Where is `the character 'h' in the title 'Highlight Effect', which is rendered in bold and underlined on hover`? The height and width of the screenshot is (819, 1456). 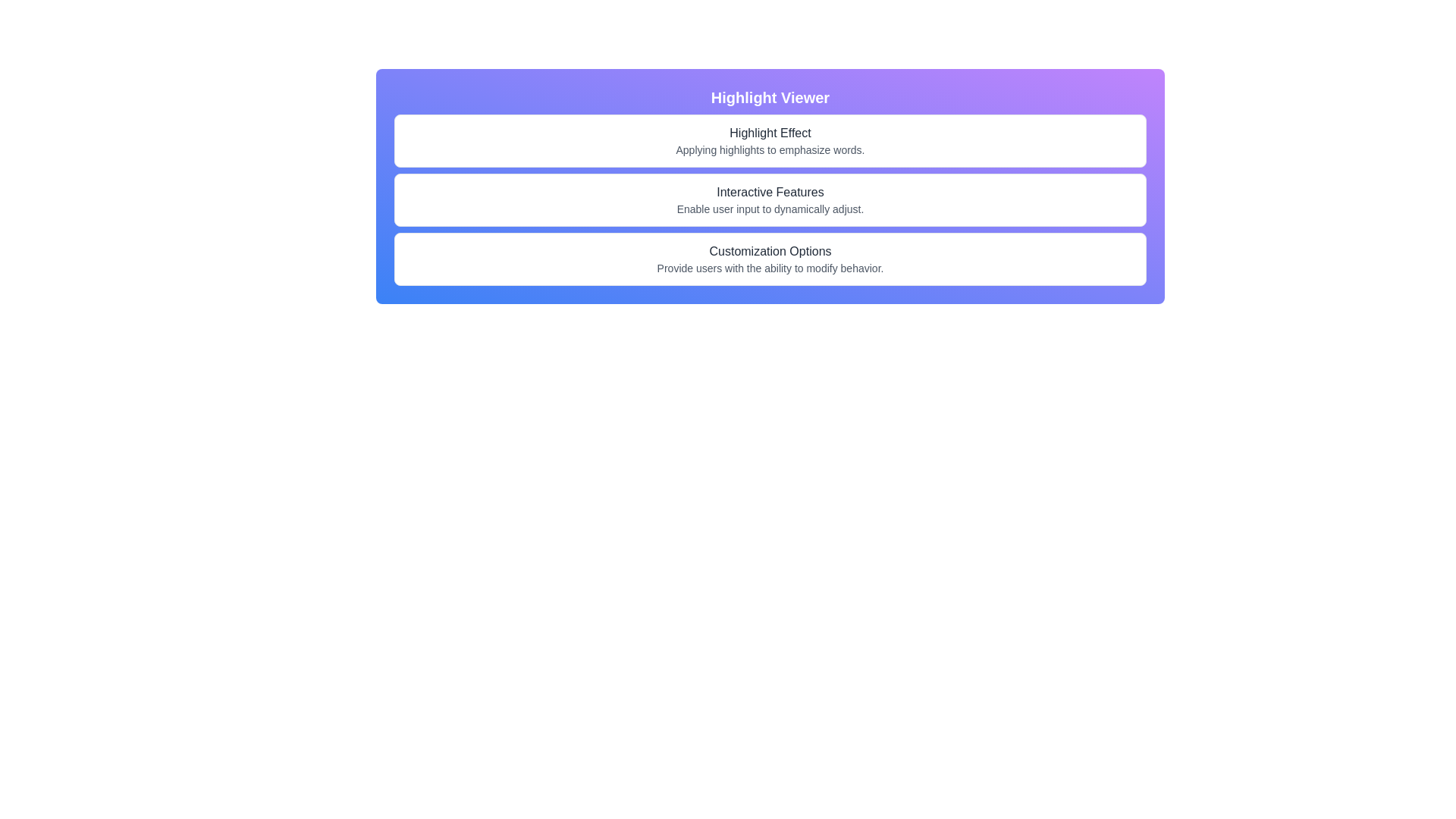 the character 'h' in the title 'Highlight Effect', which is rendered in bold and underlined on hover is located at coordinates (751, 132).